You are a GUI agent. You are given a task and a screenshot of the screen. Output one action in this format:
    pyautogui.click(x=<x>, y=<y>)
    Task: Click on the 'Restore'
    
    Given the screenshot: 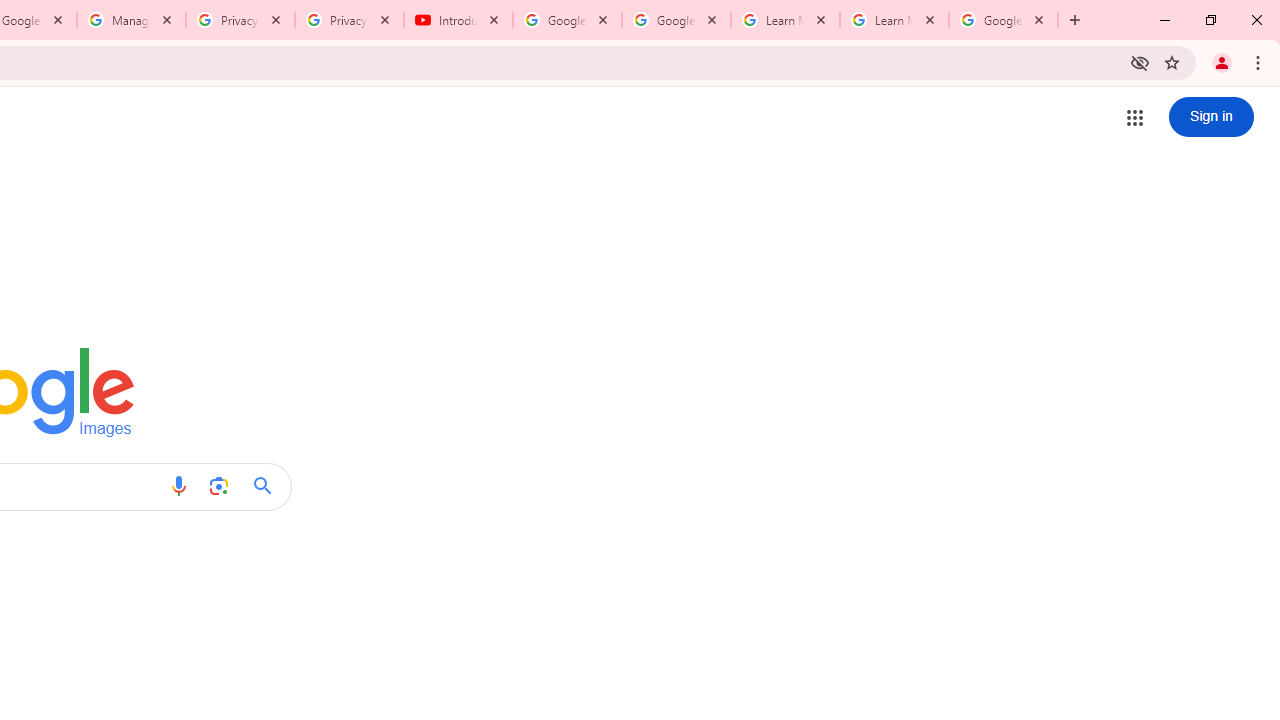 What is the action you would take?
    pyautogui.click(x=1209, y=20)
    